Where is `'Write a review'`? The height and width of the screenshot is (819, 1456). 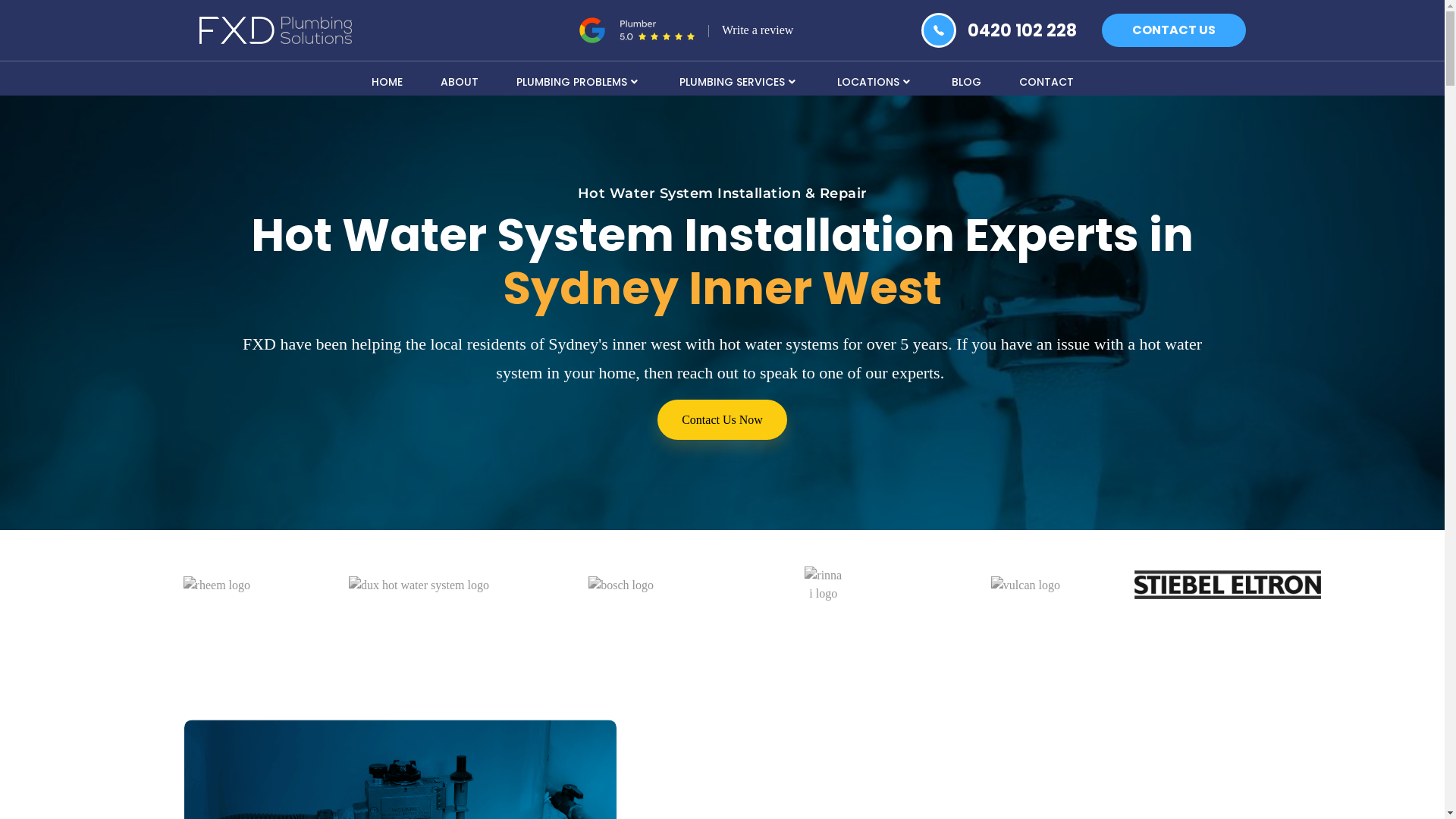
'Write a review' is located at coordinates (757, 30).